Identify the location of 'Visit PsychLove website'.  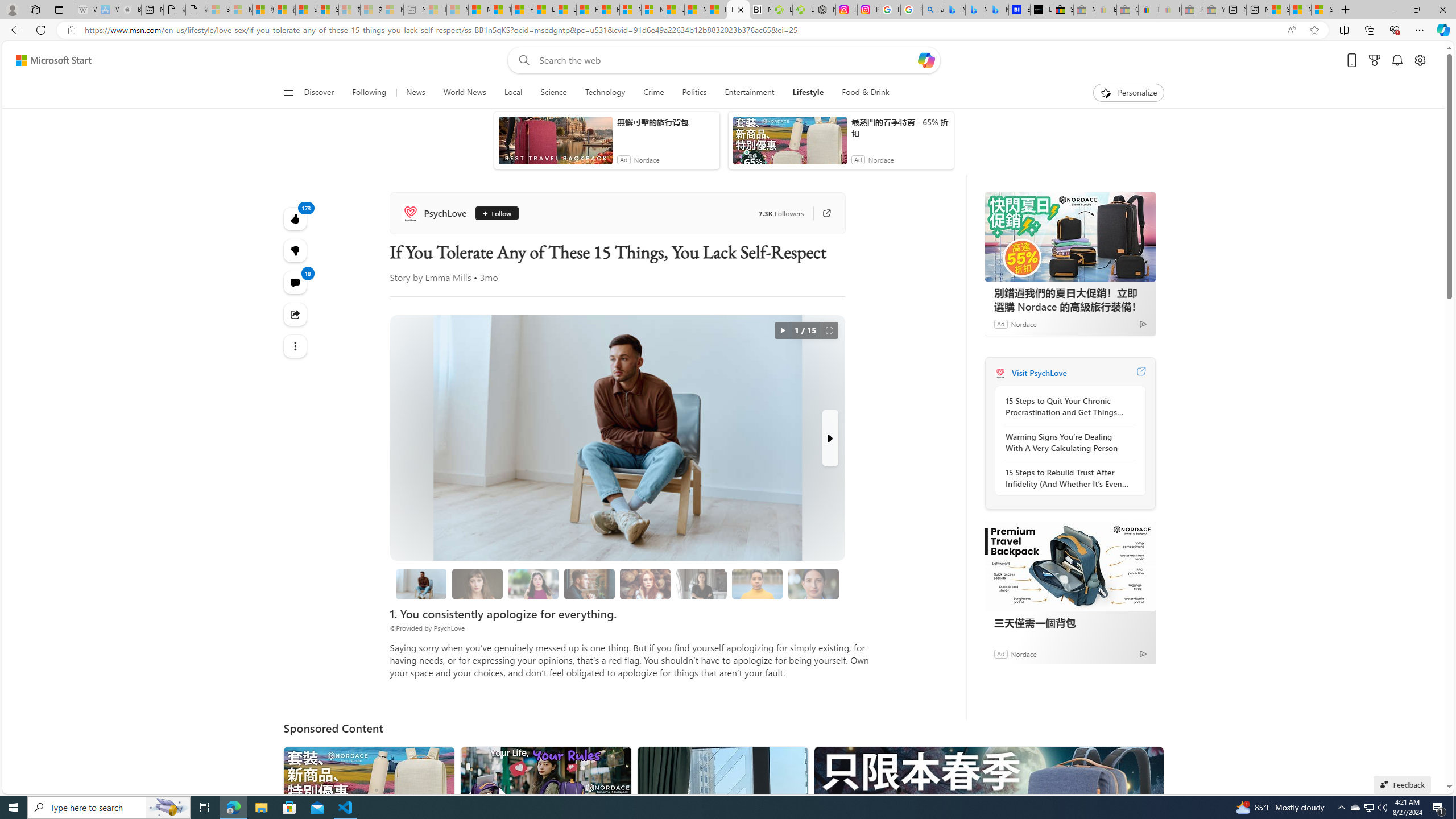
(1140, 372).